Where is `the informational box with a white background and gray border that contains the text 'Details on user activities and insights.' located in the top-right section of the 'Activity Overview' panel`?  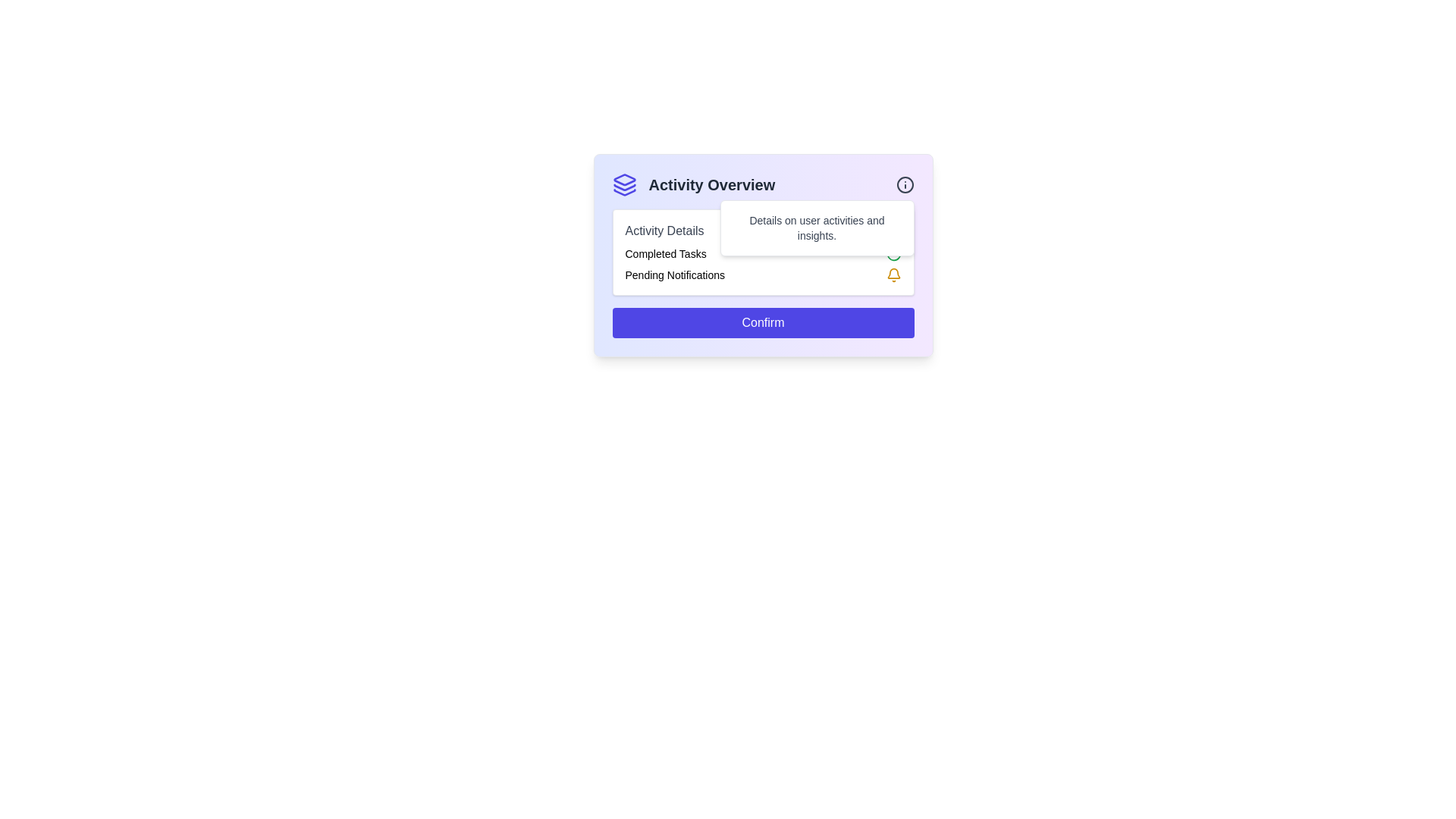
the informational box with a white background and gray border that contains the text 'Details on user activities and insights.' located in the top-right section of the 'Activity Overview' panel is located at coordinates (816, 227).